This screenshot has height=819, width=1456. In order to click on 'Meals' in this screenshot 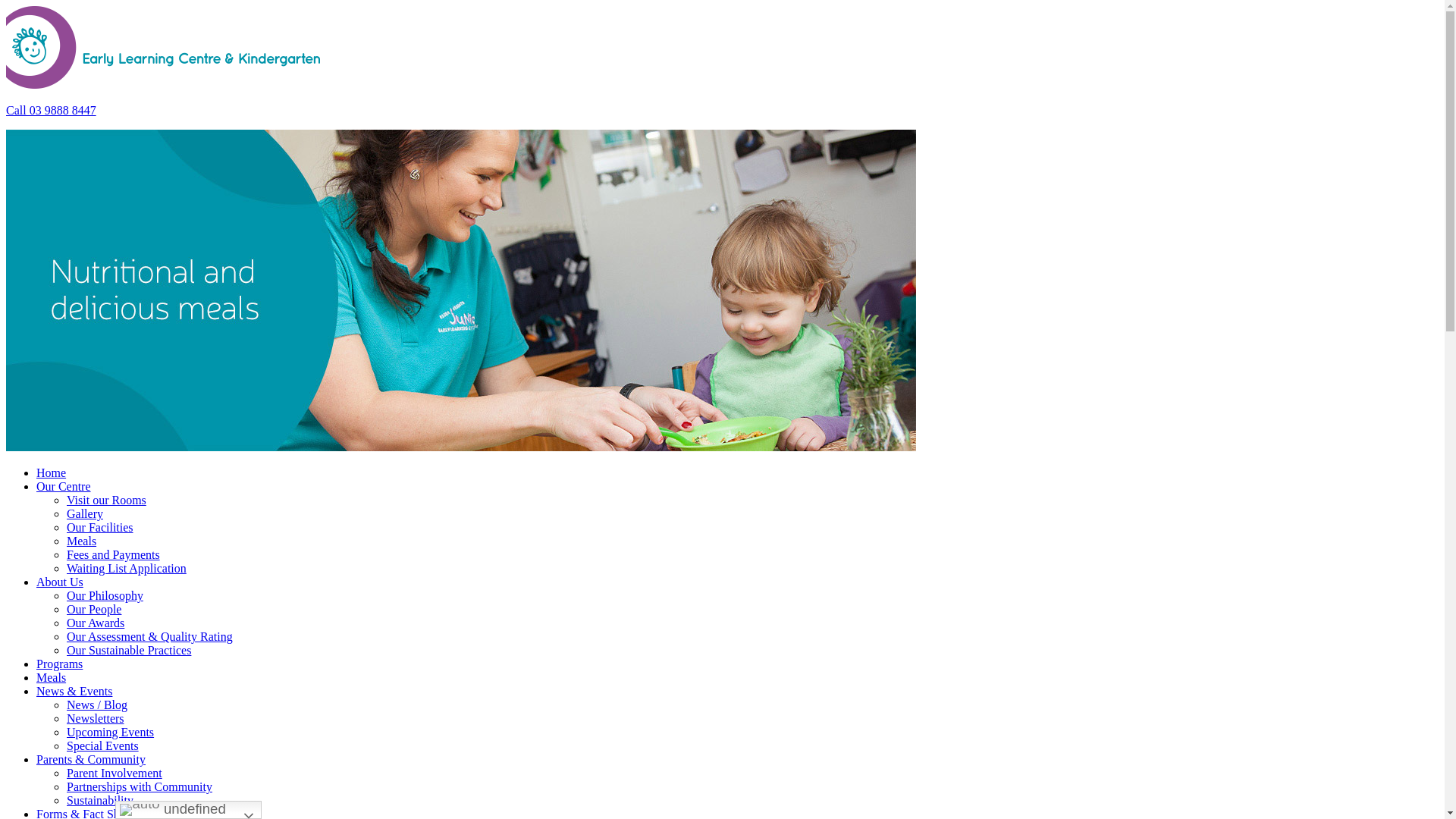, I will do `click(80, 540)`.